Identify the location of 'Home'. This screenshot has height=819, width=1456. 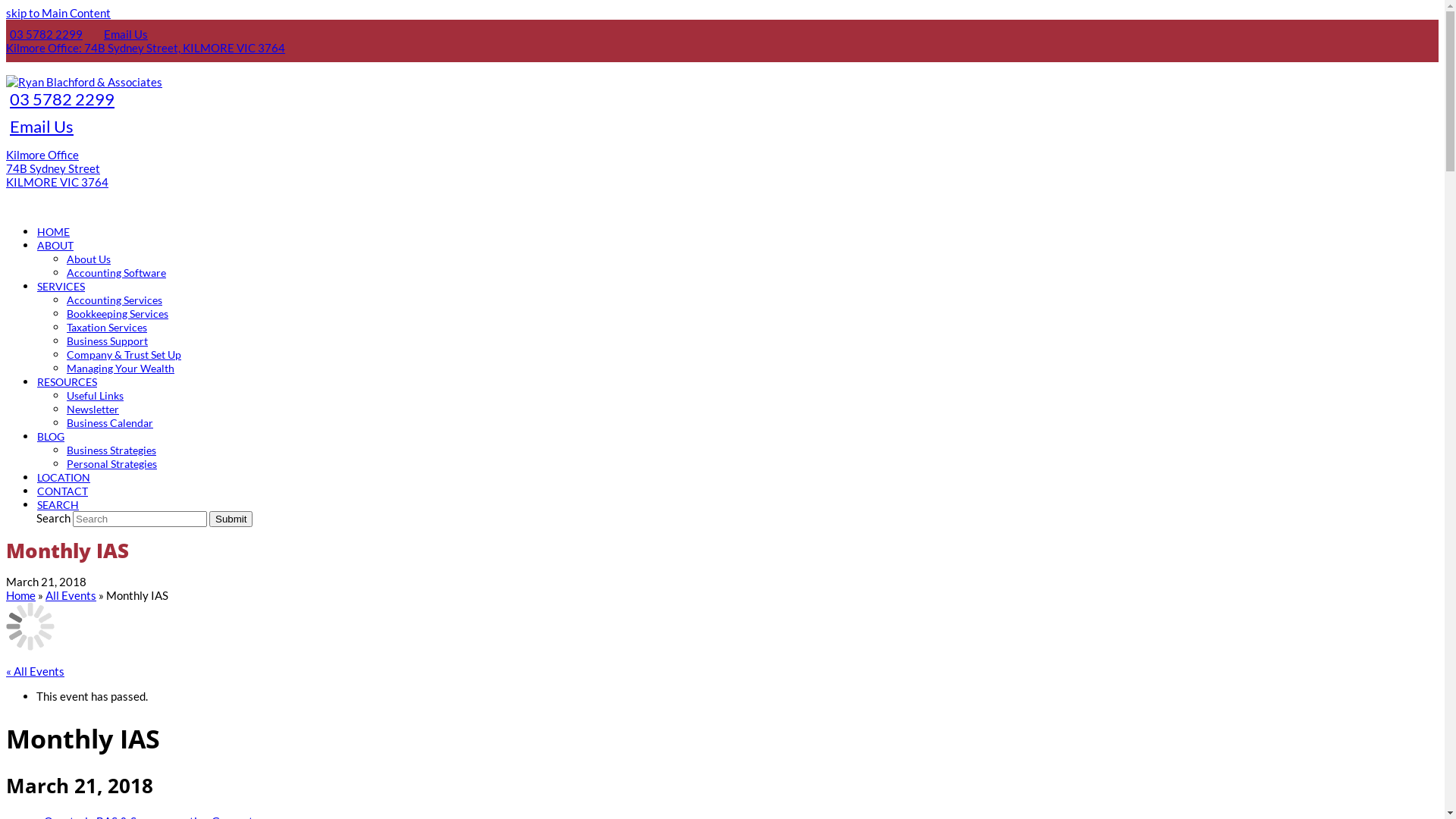
(6, 595).